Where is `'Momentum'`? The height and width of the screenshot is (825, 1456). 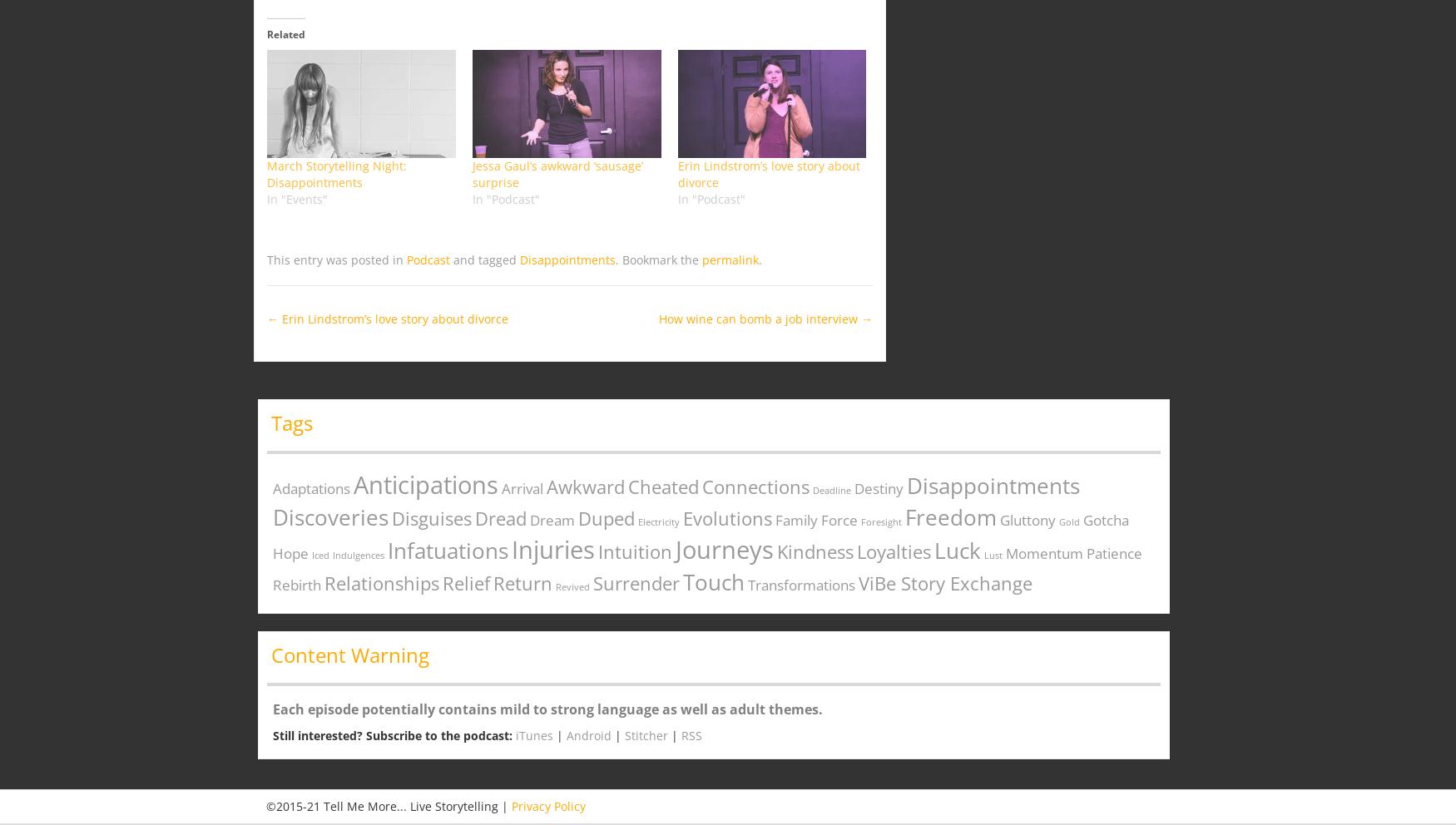 'Momentum' is located at coordinates (1043, 552).